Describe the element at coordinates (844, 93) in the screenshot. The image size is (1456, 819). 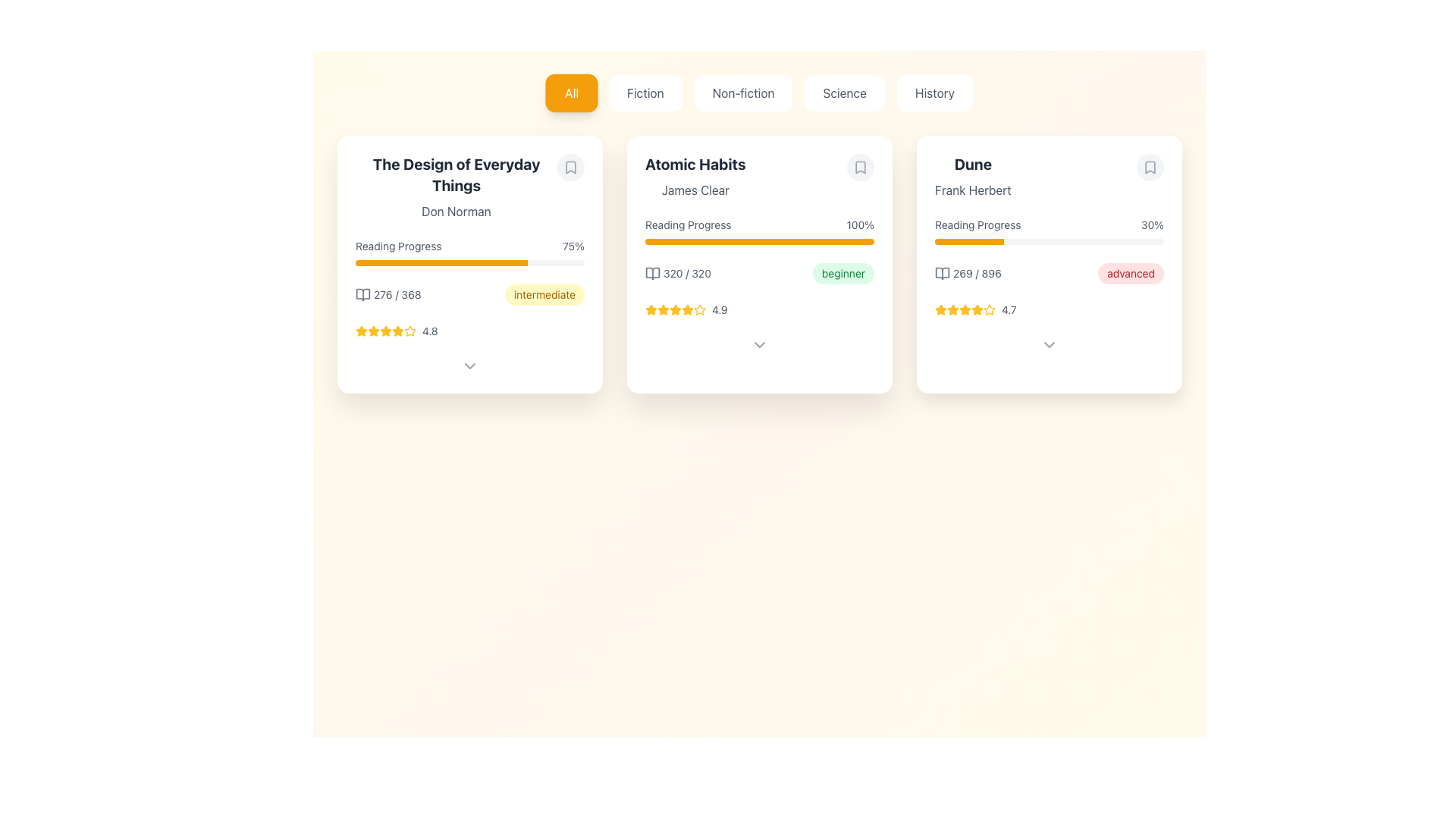
I see `the 'Science' category selector button, which is the fourth button in a series of five buttons located below the navigation bar` at that location.